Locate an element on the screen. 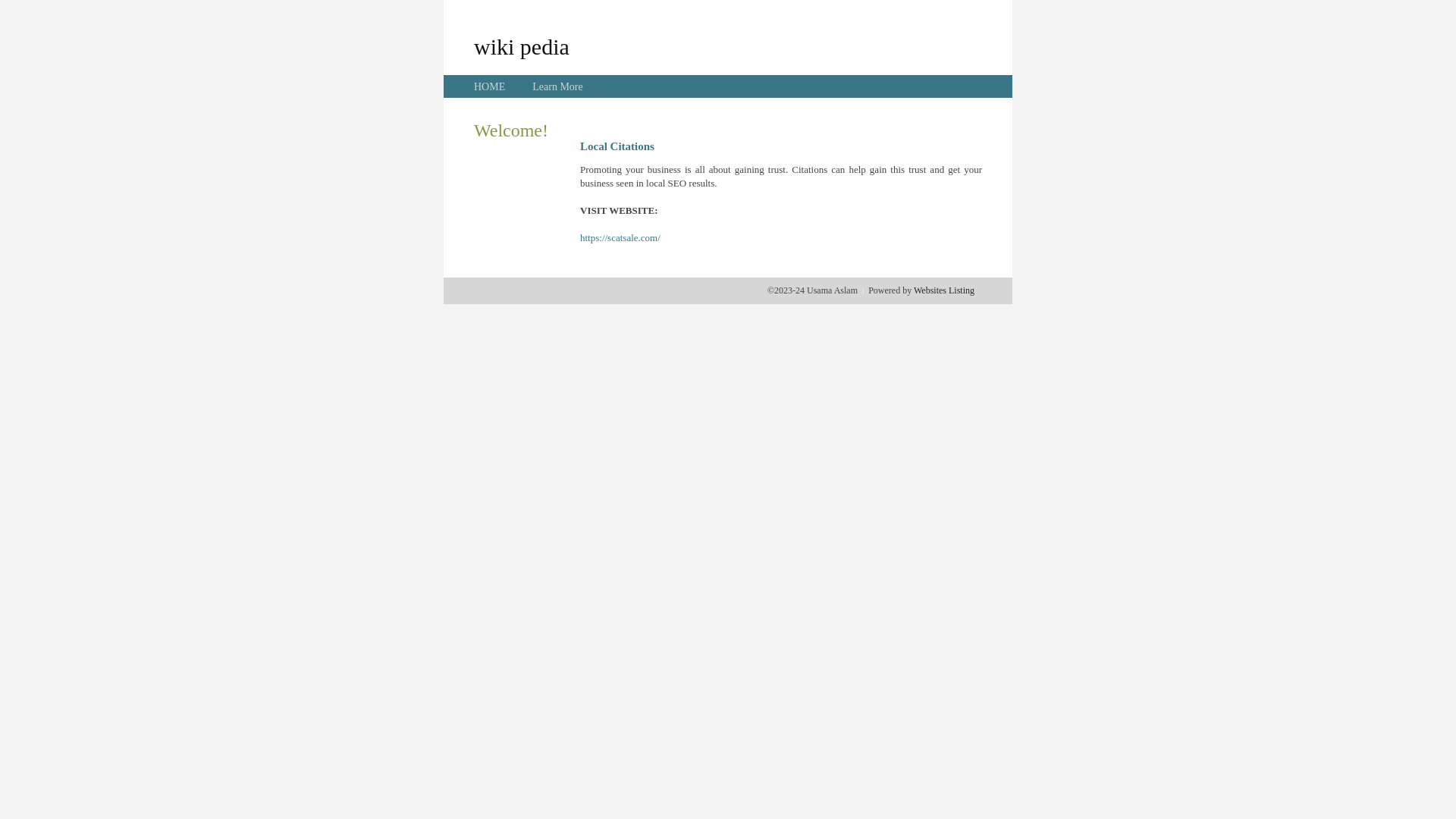 This screenshot has width=1456, height=819. 'wiki pedia' is located at coordinates (521, 45).